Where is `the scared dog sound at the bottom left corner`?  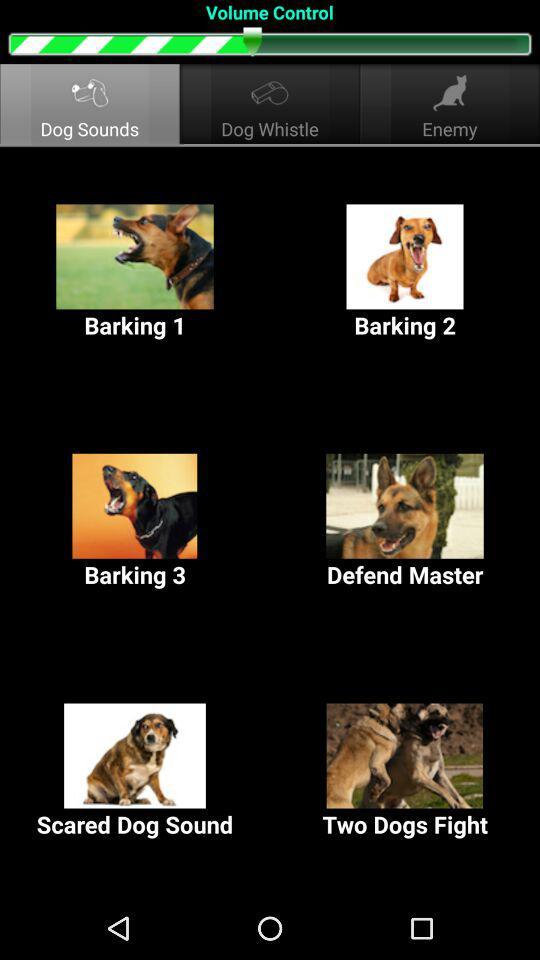
the scared dog sound at the bottom left corner is located at coordinates (135, 770).